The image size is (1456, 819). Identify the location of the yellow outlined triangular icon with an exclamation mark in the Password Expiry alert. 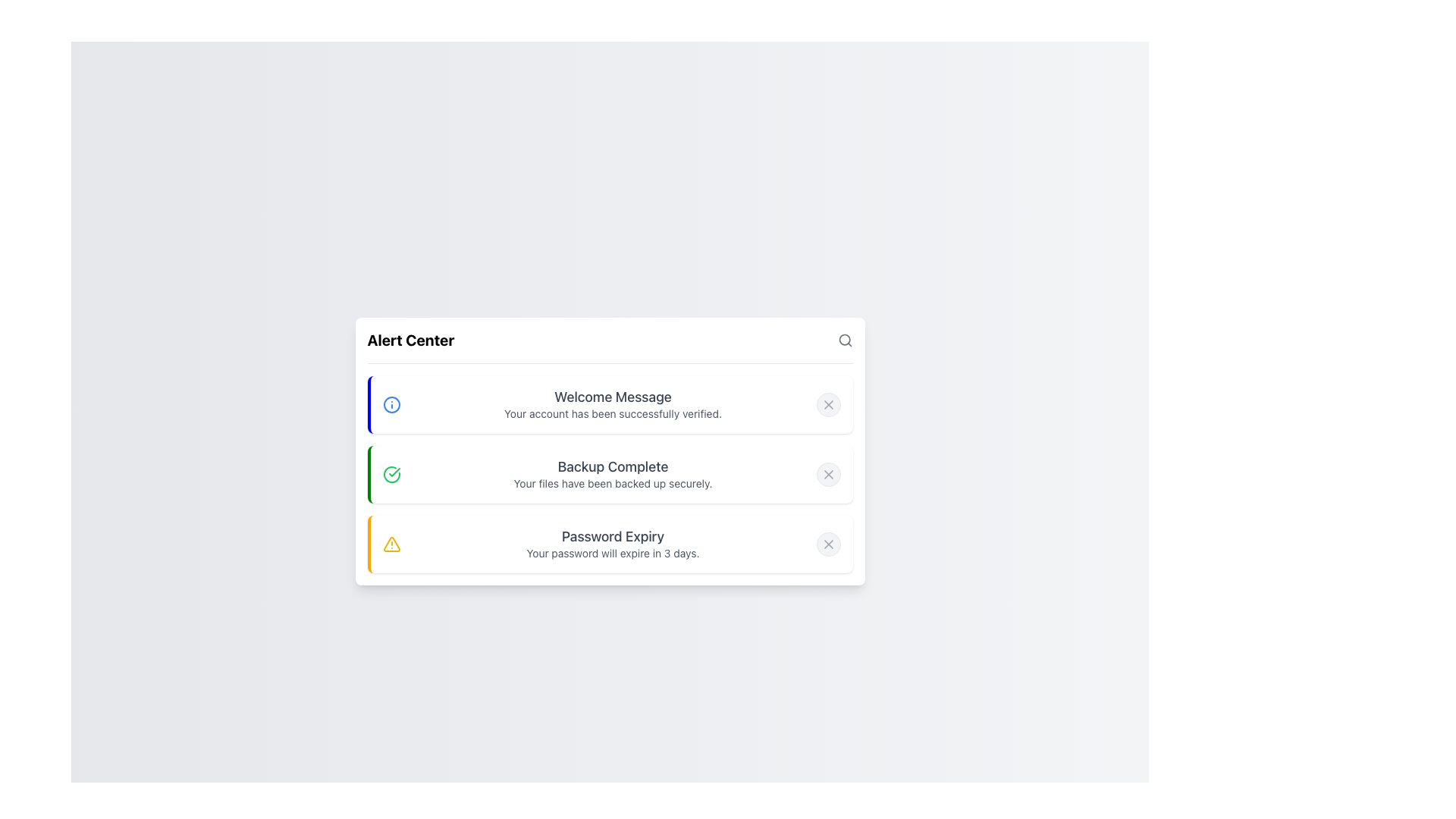
(391, 543).